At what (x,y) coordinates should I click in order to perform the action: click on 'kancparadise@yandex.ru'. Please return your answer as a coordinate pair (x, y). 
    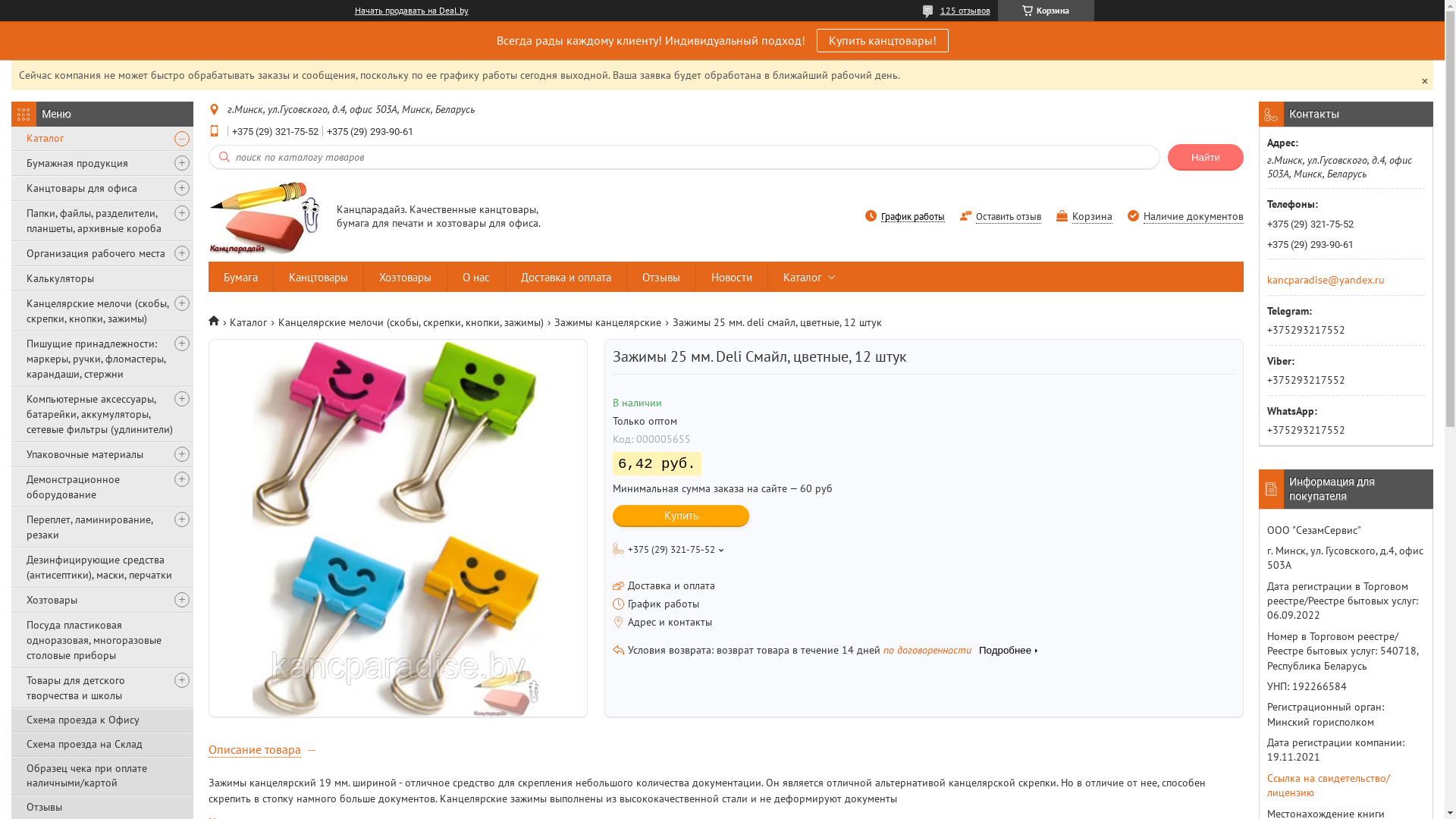
    Looking at the image, I should click on (1325, 278).